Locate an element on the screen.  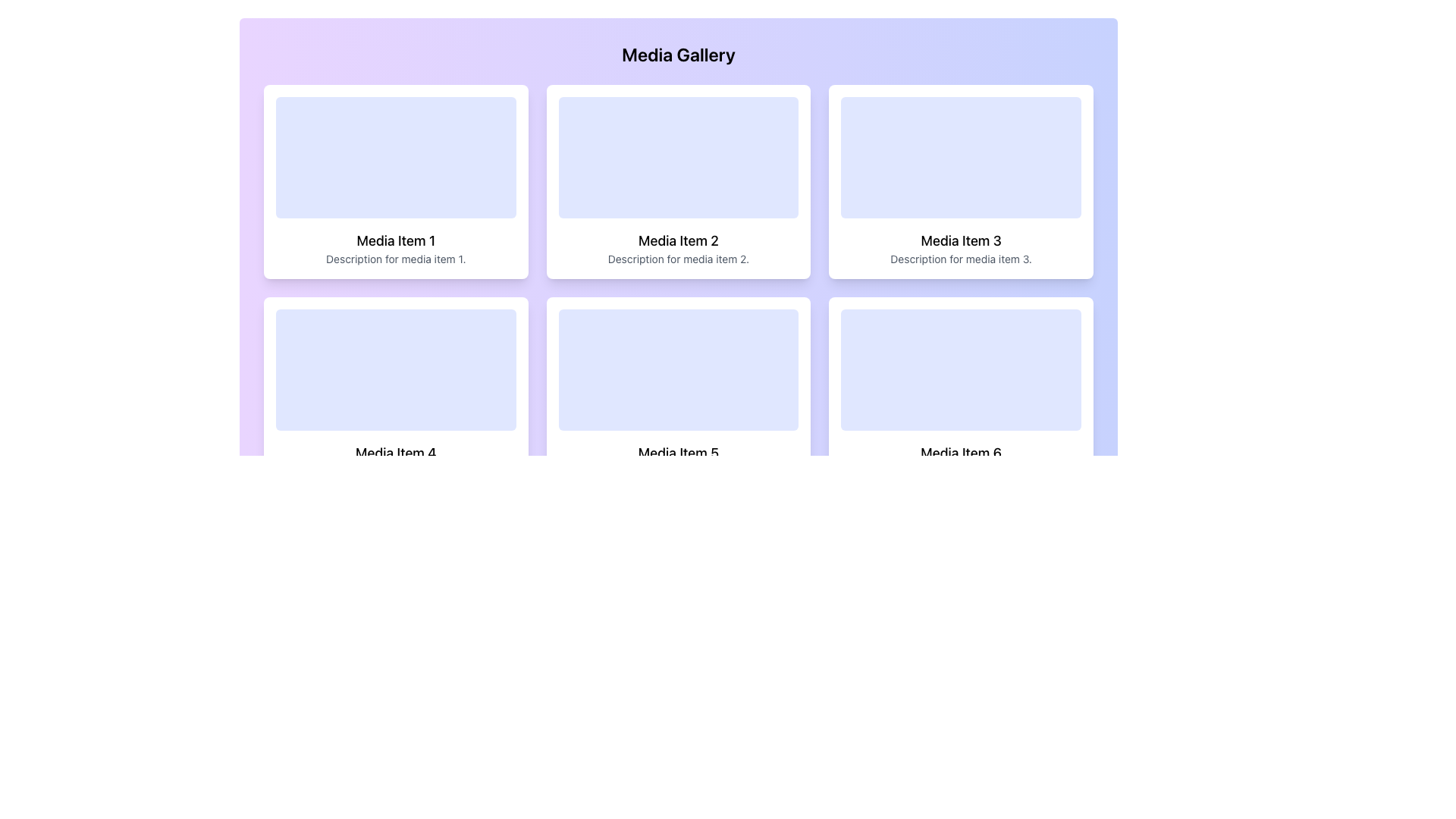
the second card in the grid layout that displays information for 'Media Item 2' is located at coordinates (677, 180).